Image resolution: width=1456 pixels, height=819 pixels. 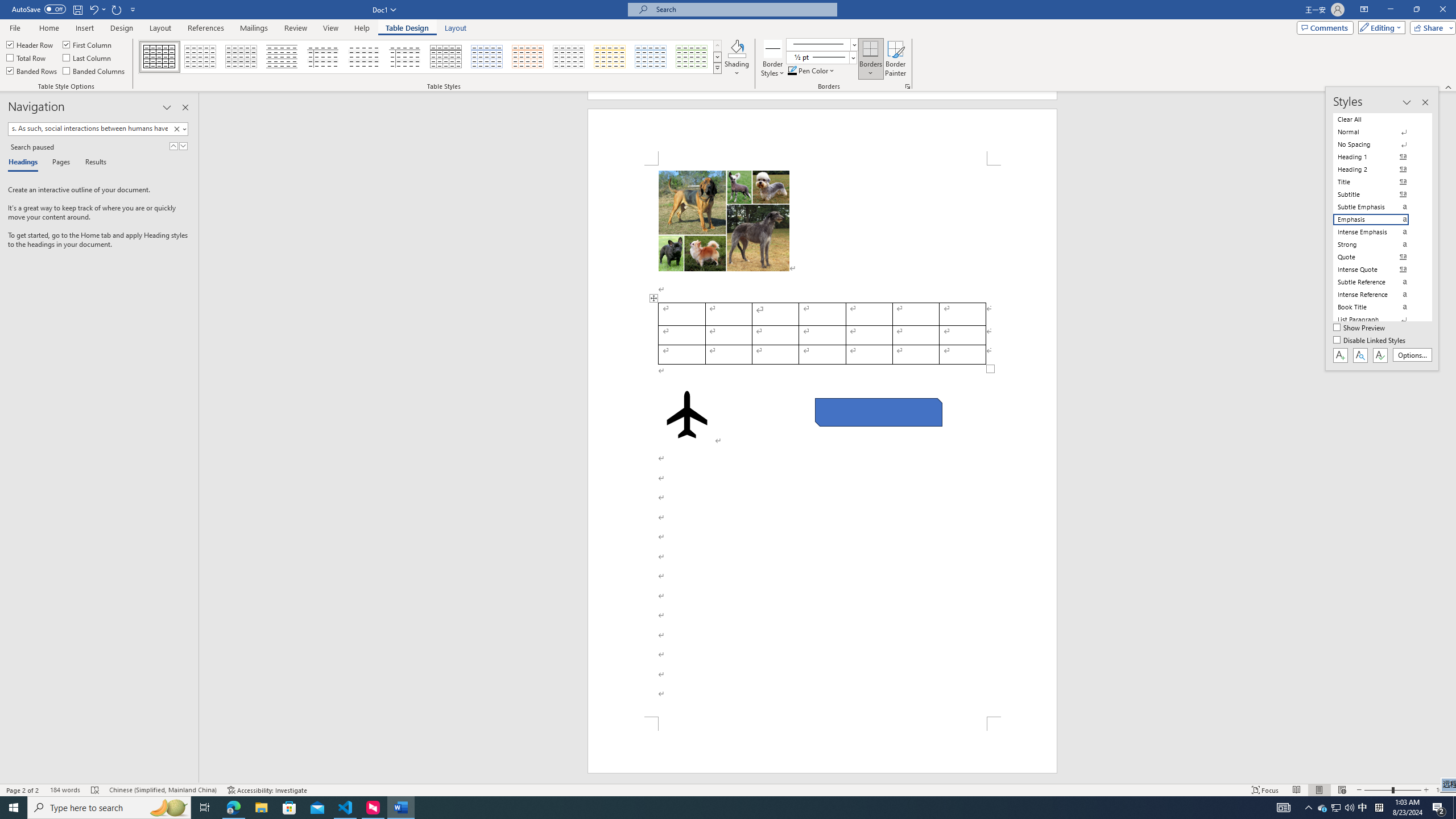 What do you see at coordinates (88, 44) in the screenshot?
I see `'First Column'` at bounding box center [88, 44].